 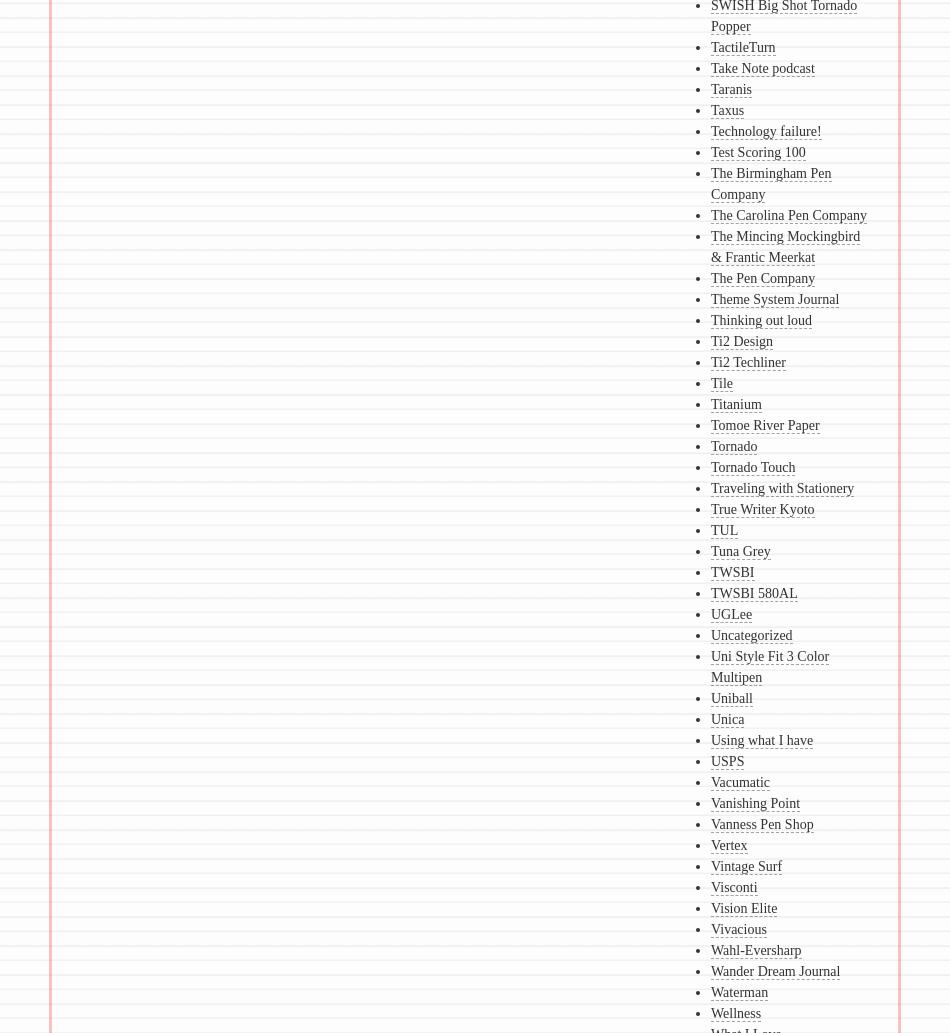 I want to click on 'Using what I have', so click(x=710, y=740).